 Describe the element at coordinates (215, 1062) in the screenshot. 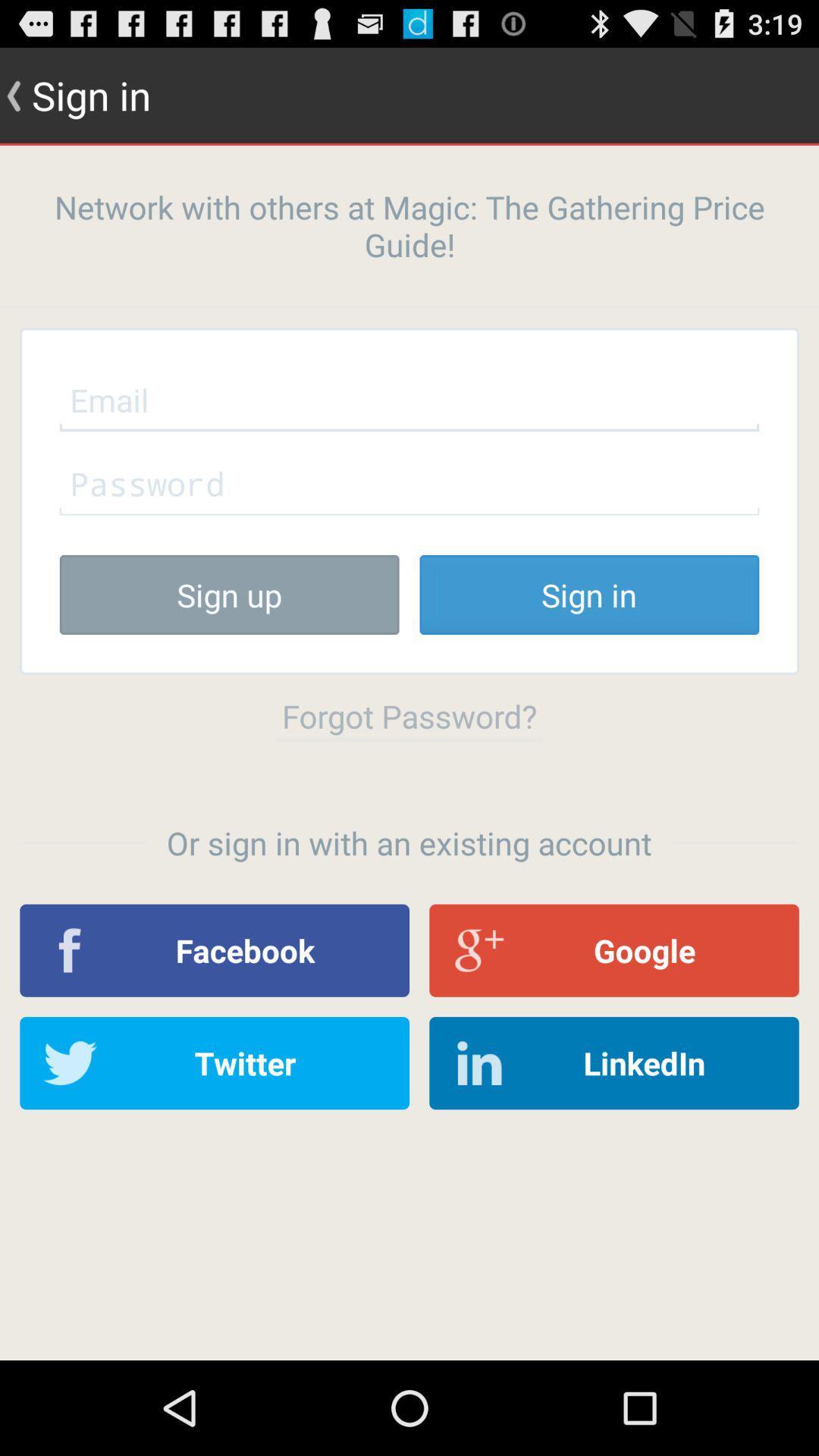

I see `the item to the left of linkedin item` at that location.